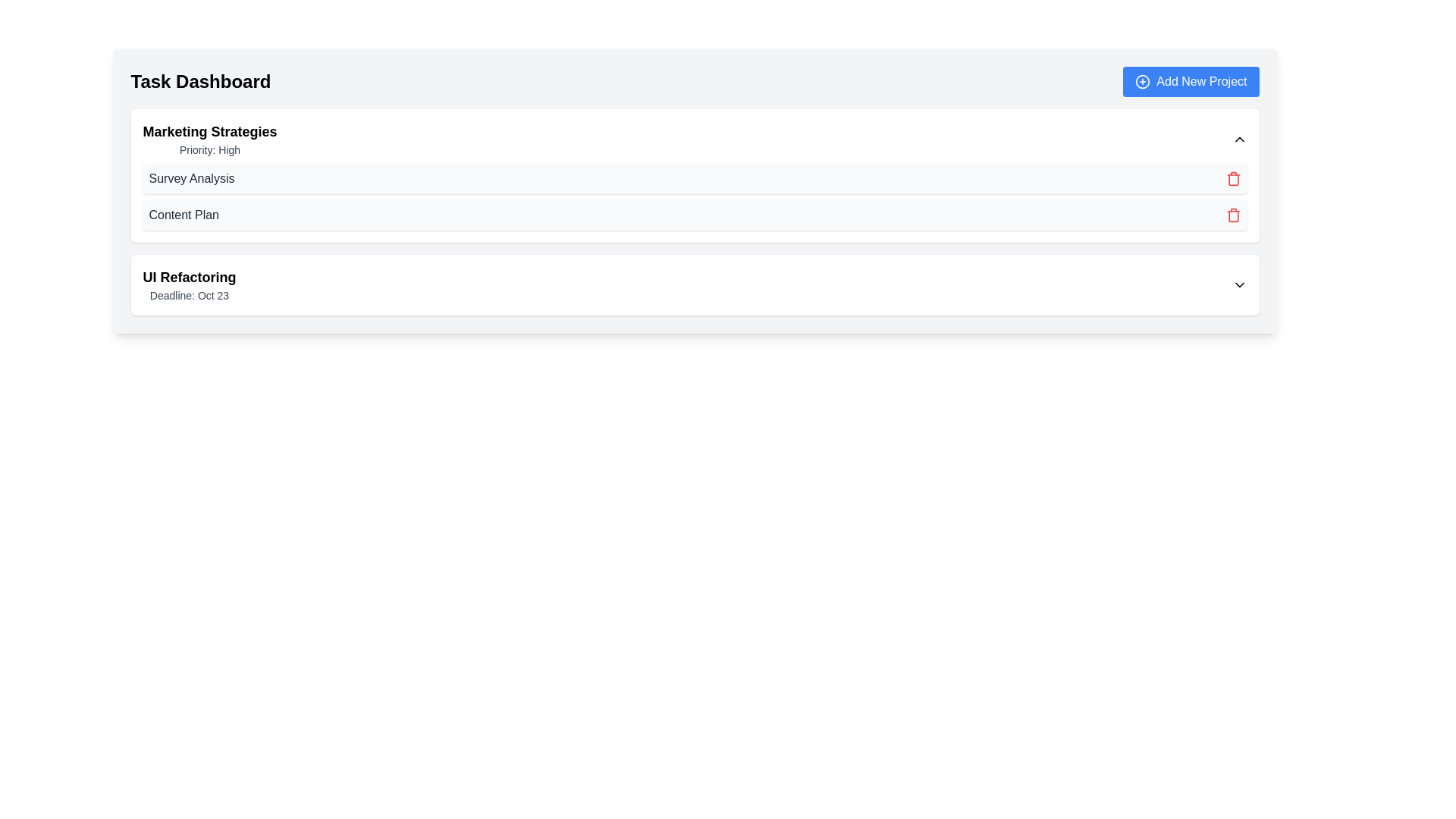 The image size is (1456, 819). I want to click on the static text heading that indicates the task title and priority, located near the top left area of the dashboard, above the 'Survey Analysis' and 'Content Plan' sections, so click(209, 140).